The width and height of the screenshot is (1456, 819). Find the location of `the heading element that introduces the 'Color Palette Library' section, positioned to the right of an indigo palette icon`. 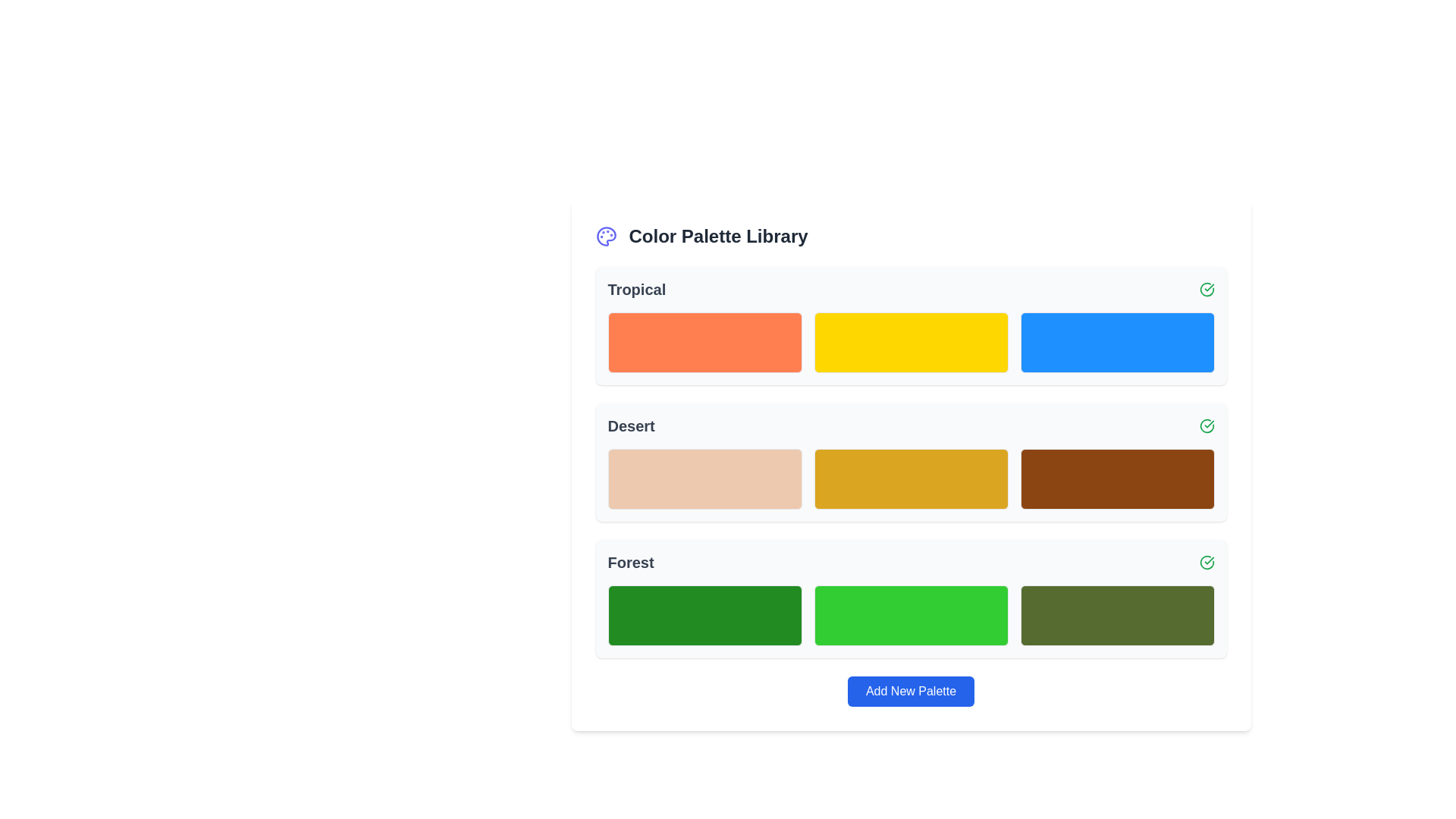

the heading element that introduces the 'Color Palette Library' section, positioned to the right of an indigo palette icon is located at coordinates (717, 237).